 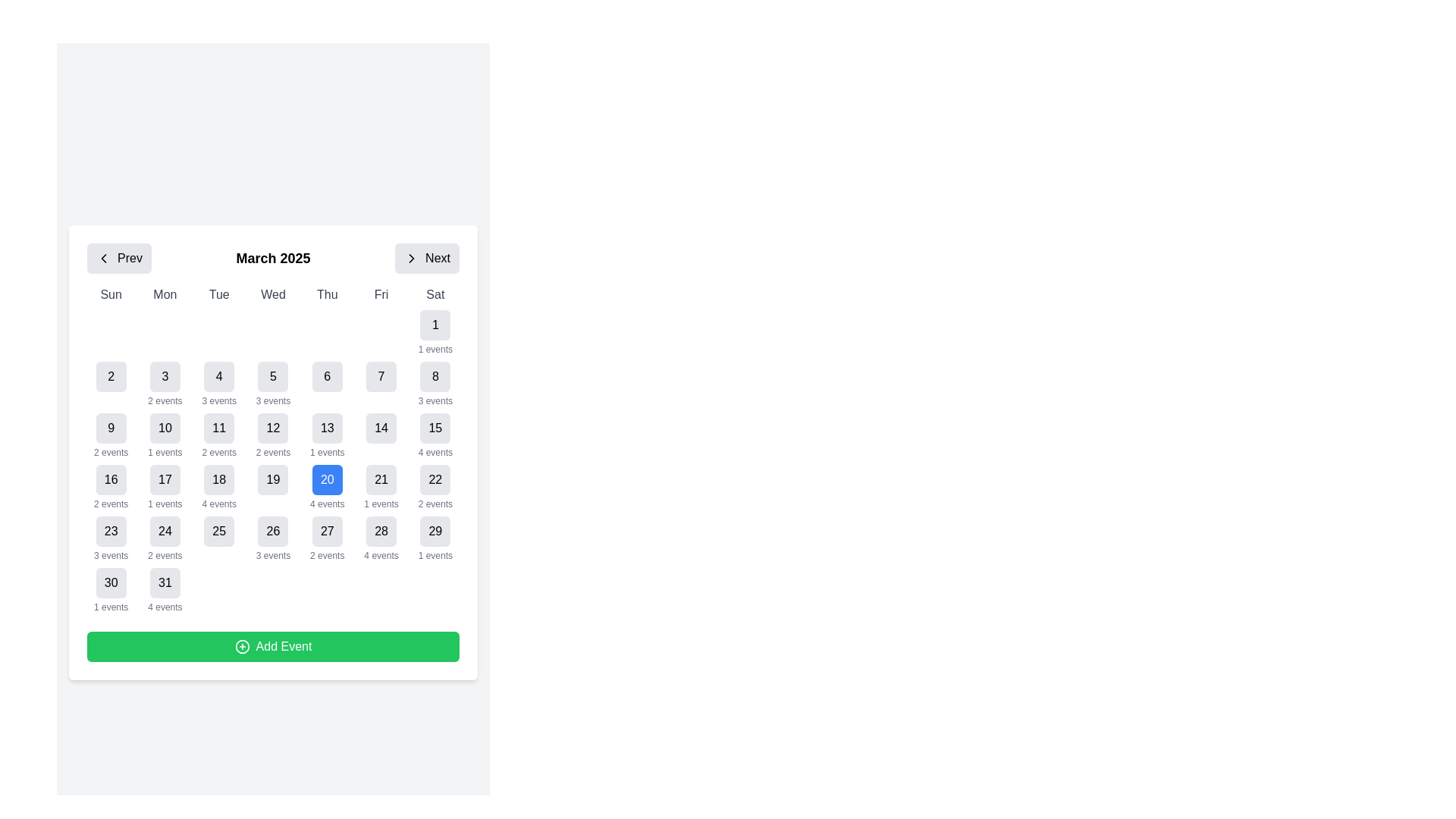 What do you see at coordinates (165, 555) in the screenshot?
I see `the Text Label that displays the number of events for the calendar date '24', located in the fifth row and third column of the calendar grid` at bounding box center [165, 555].